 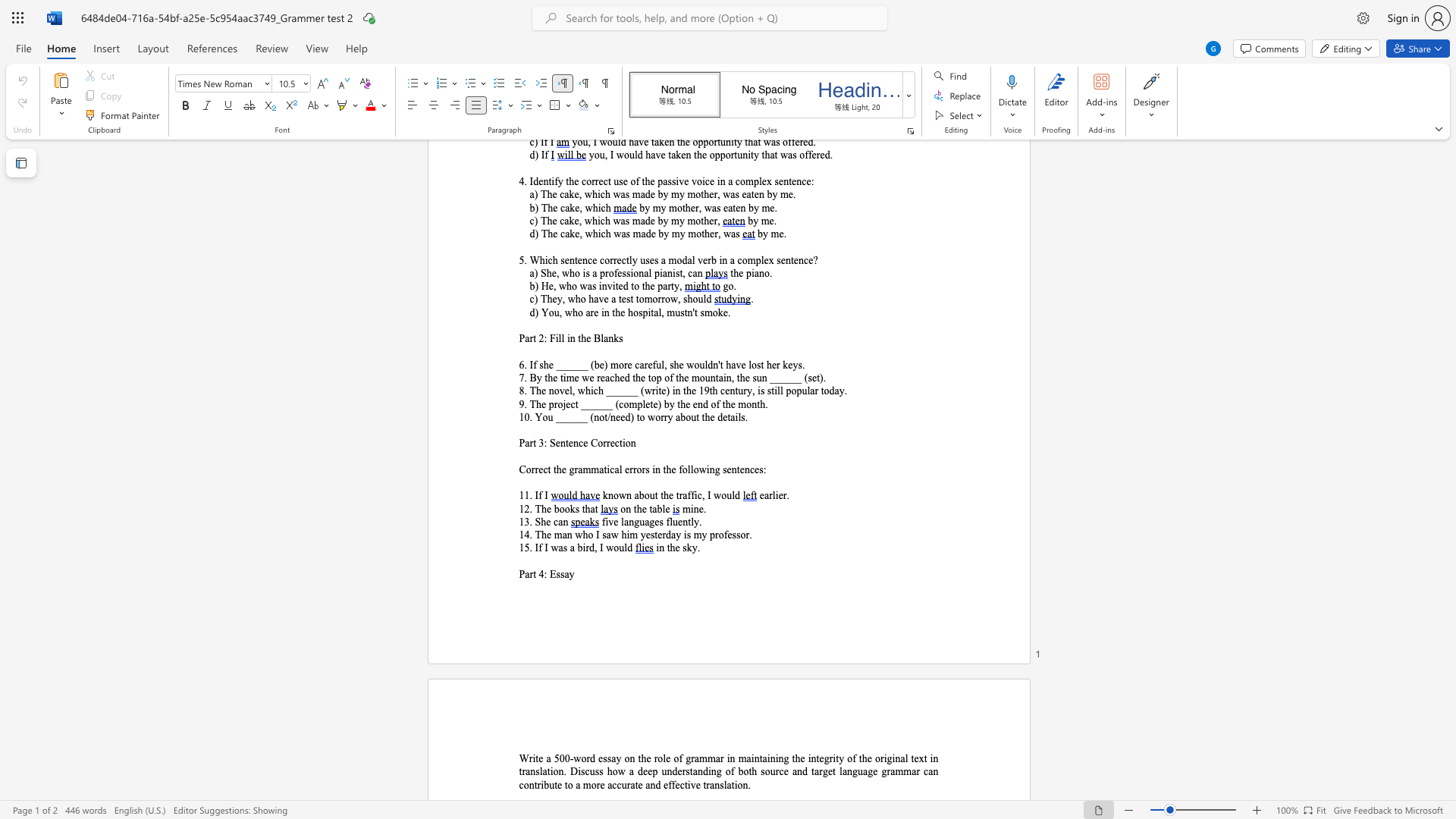 I want to click on the space between the continuous character "g" and "e" in the text, so click(x=654, y=521).